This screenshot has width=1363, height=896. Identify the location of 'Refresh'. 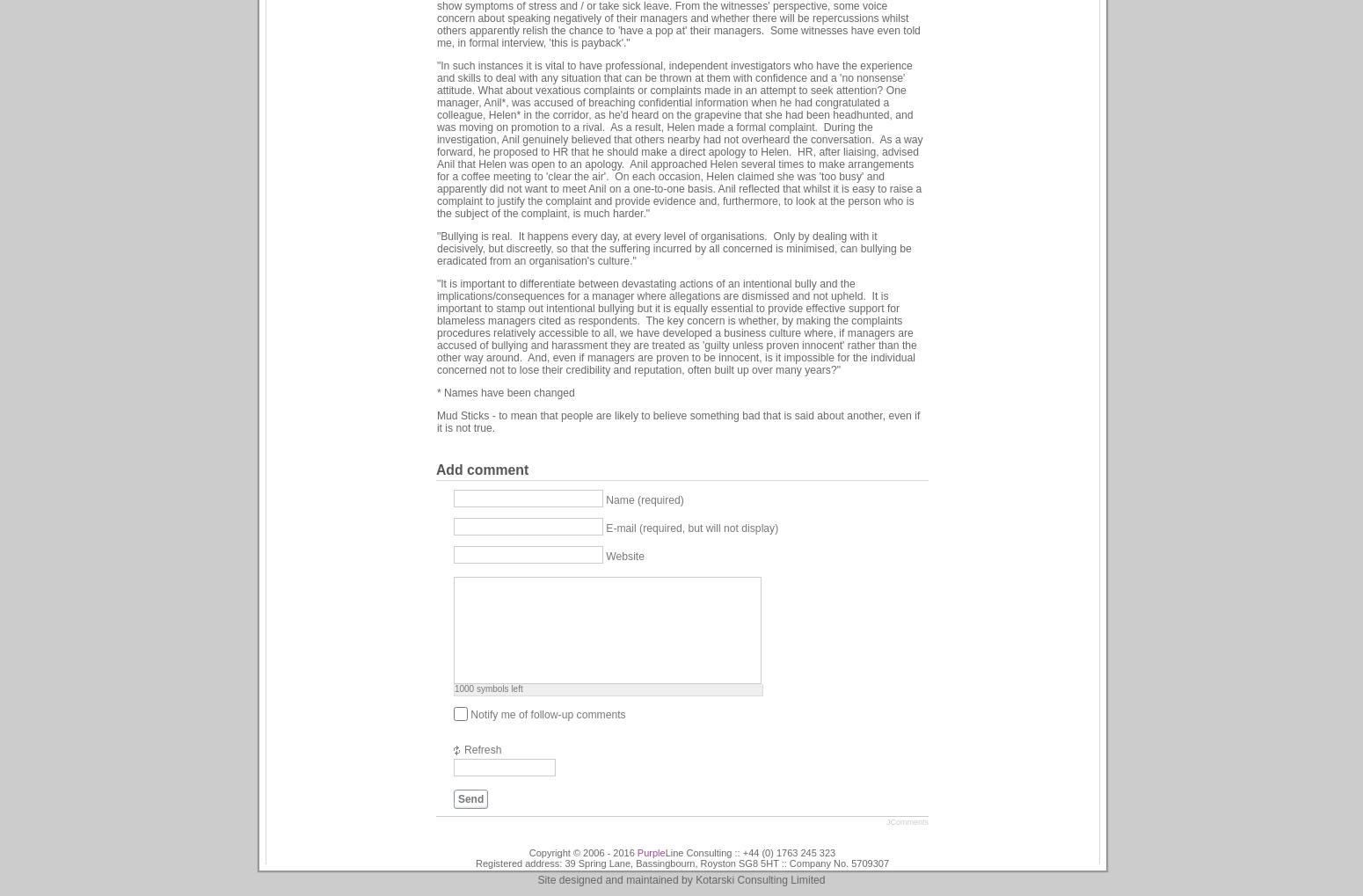
(482, 749).